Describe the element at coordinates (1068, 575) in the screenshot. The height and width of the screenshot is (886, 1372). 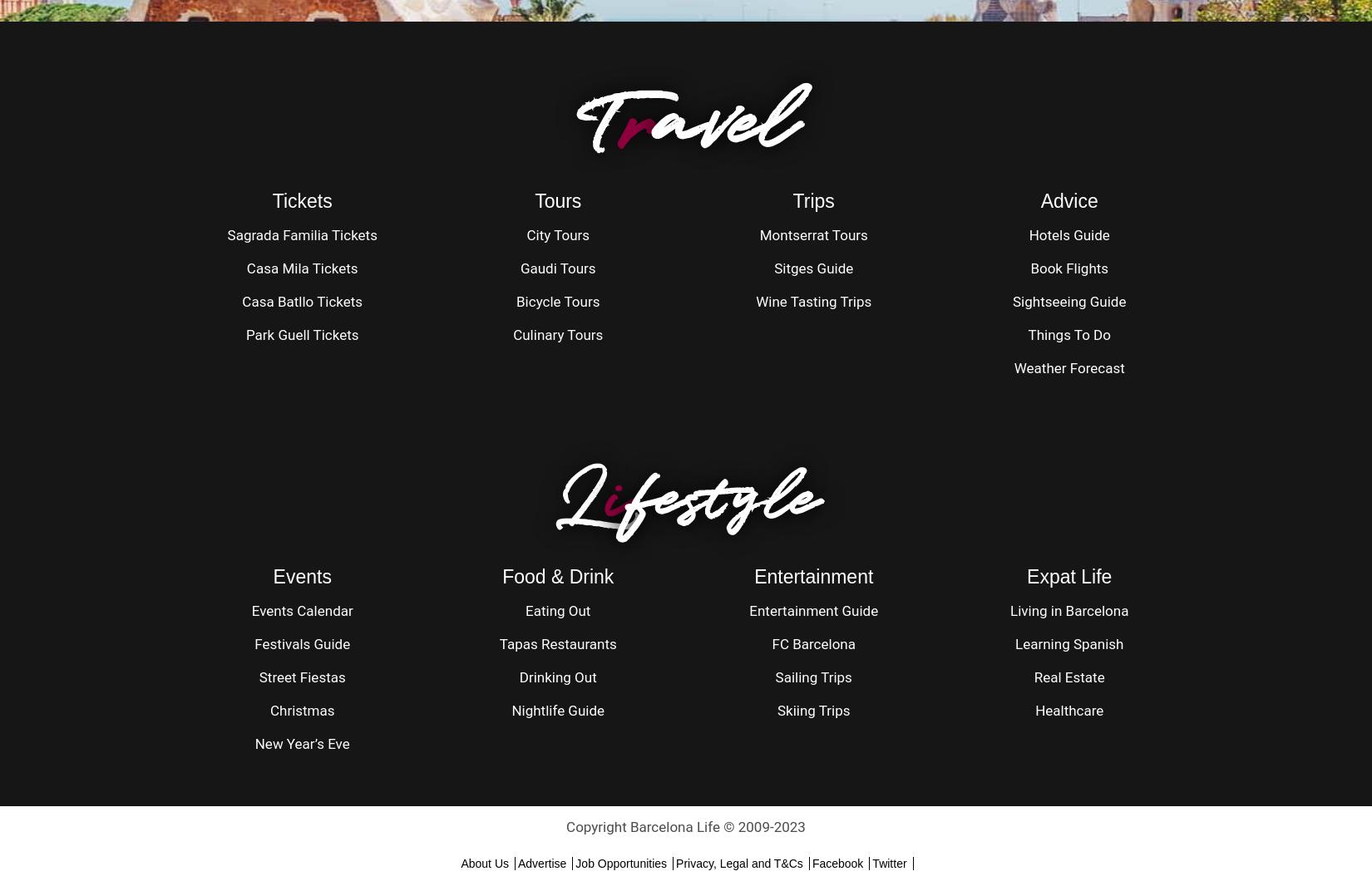
I see `'Expat Life'` at that location.